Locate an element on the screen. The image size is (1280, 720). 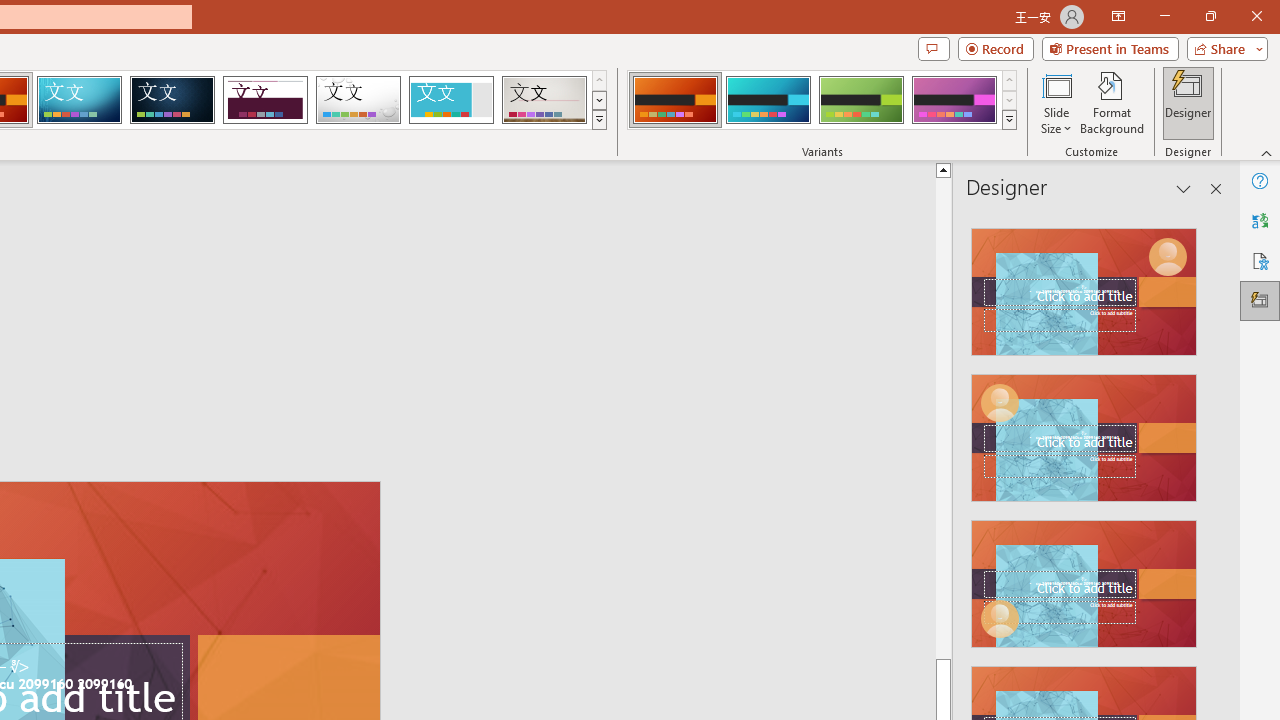
'Circuit' is located at coordinates (79, 100).